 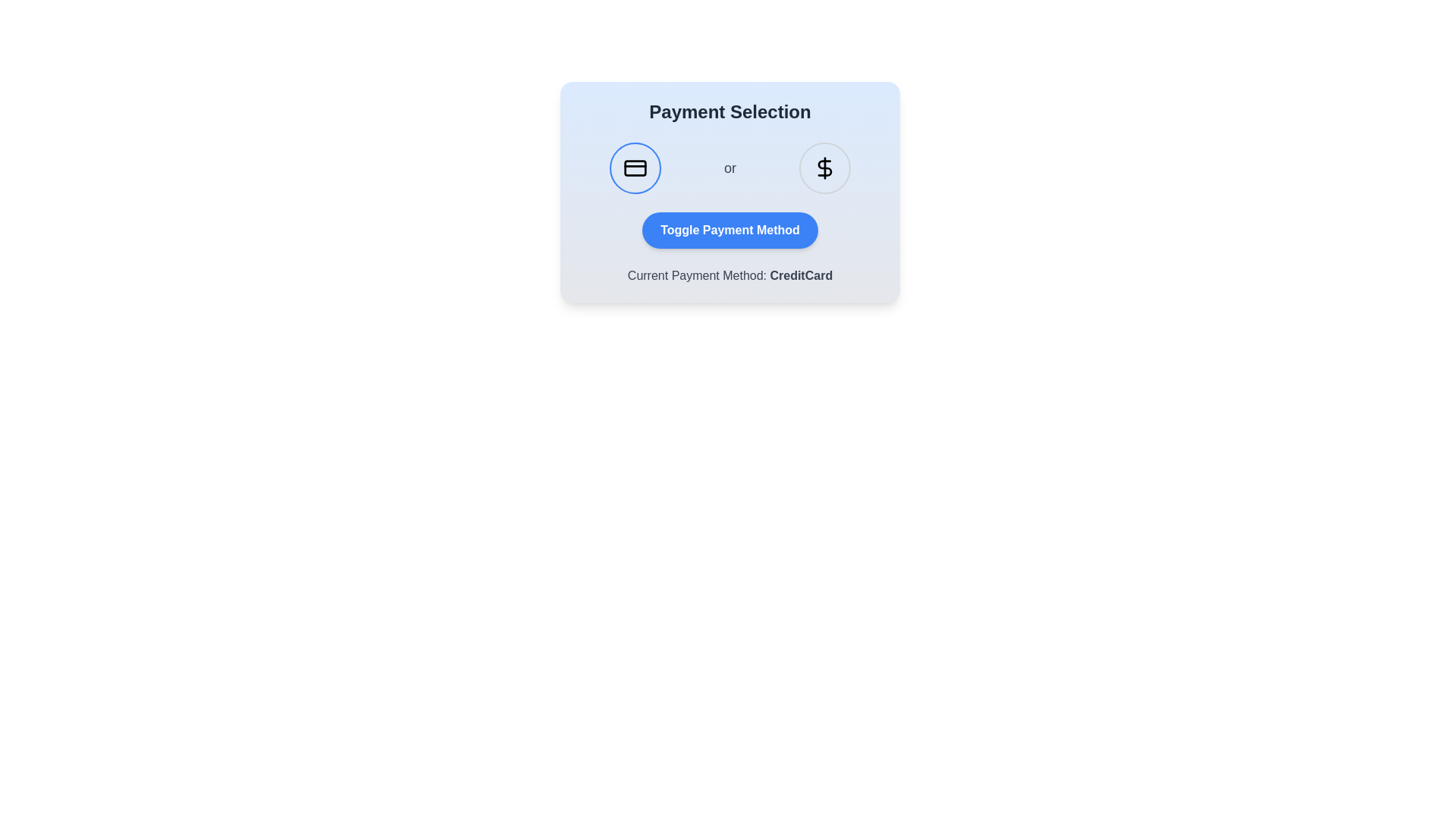 What do you see at coordinates (800, 275) in the screenshot?
I see `the 'CreditCard' text label, which is styled in bold and dark gray, indicating the current payment method below the 'Toggle Payment Method' button` at bounding box center [800, 275].